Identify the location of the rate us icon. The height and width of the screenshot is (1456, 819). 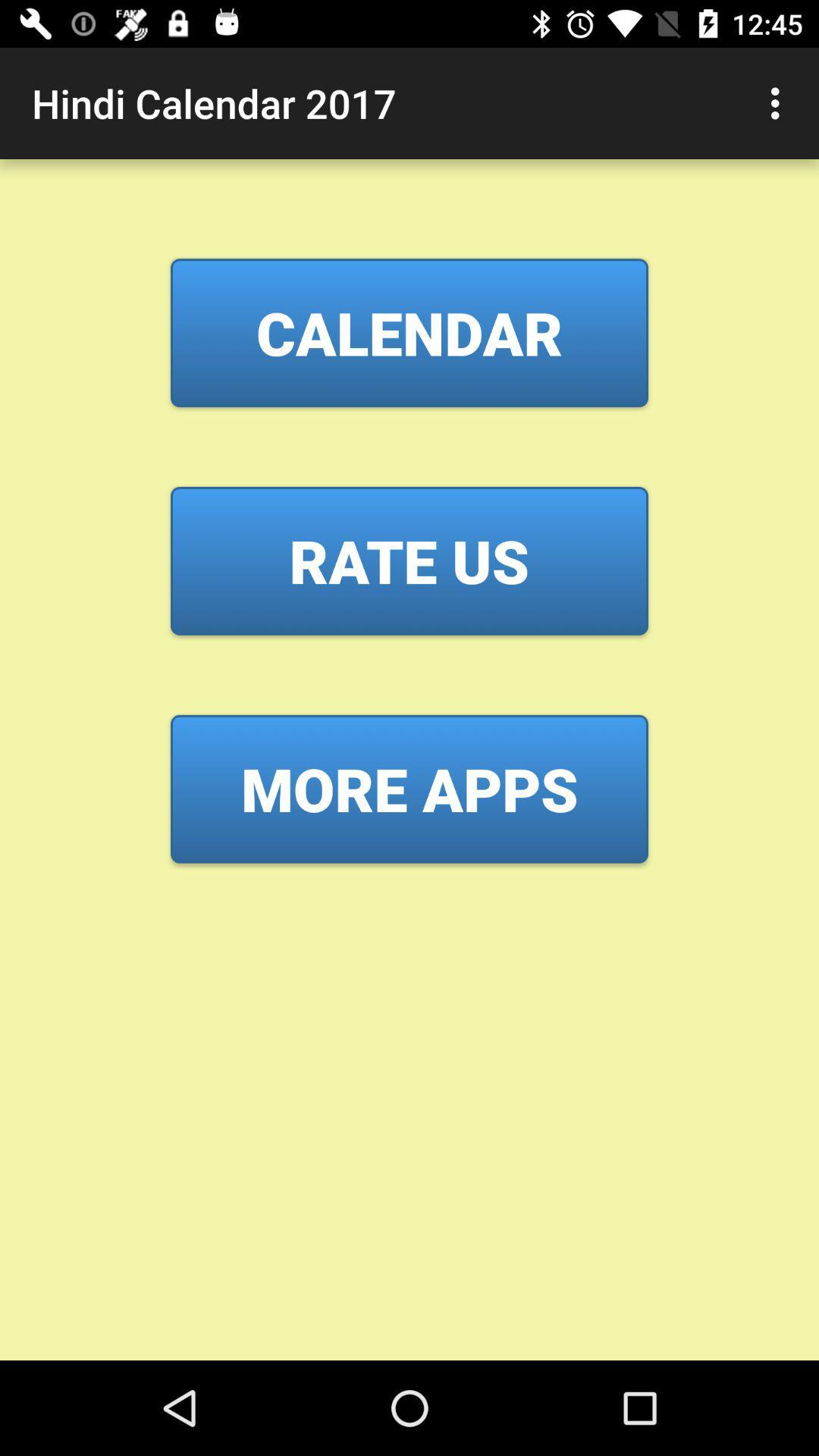
(409, 560).